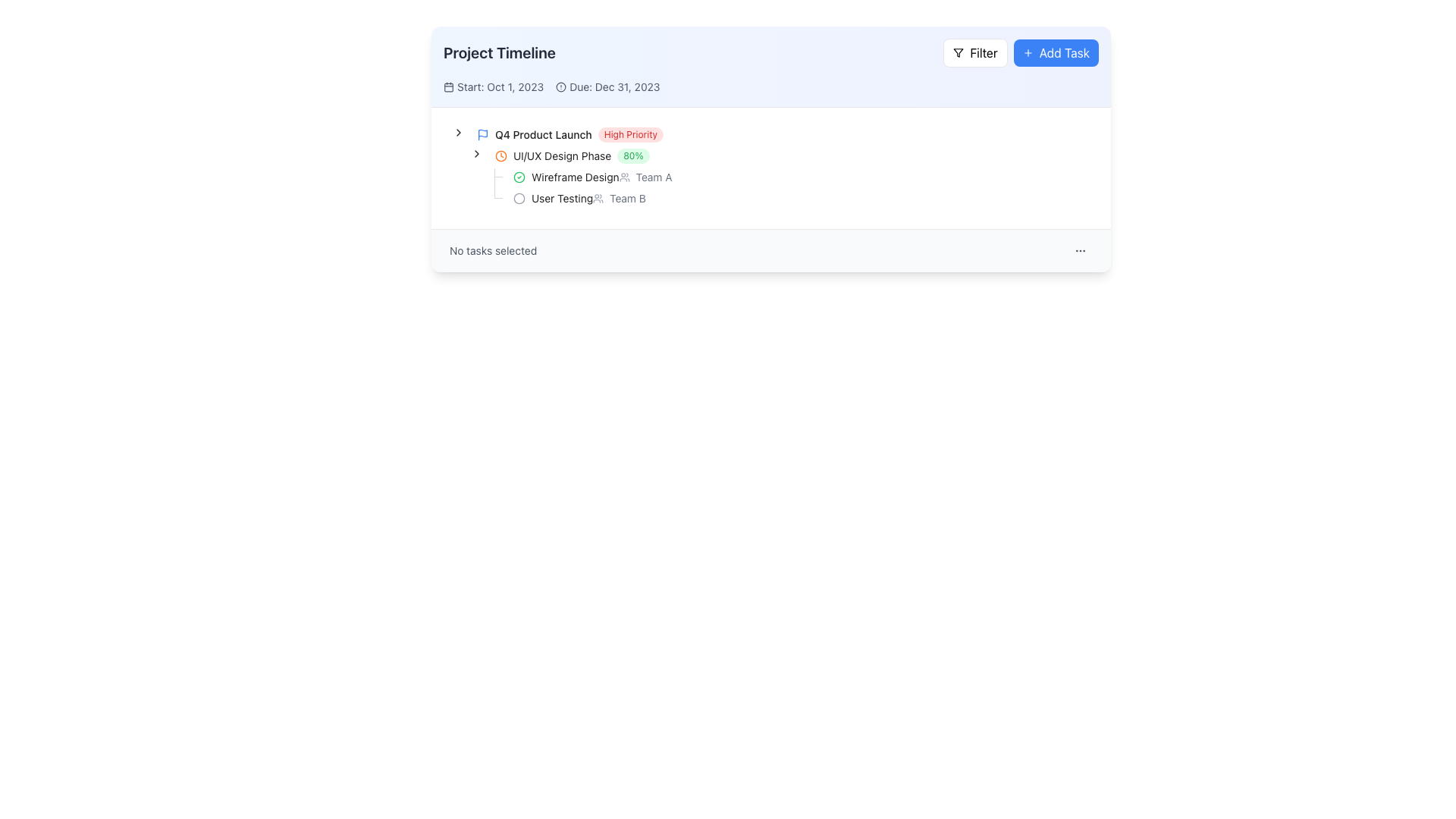  Describe the element at coordinates (633, 155) in the screenshot. I see `the rounded badge with a light green background displaying '80%' that follows the text 'UI/UX Design Phase' to read the completion percentage` at that location.